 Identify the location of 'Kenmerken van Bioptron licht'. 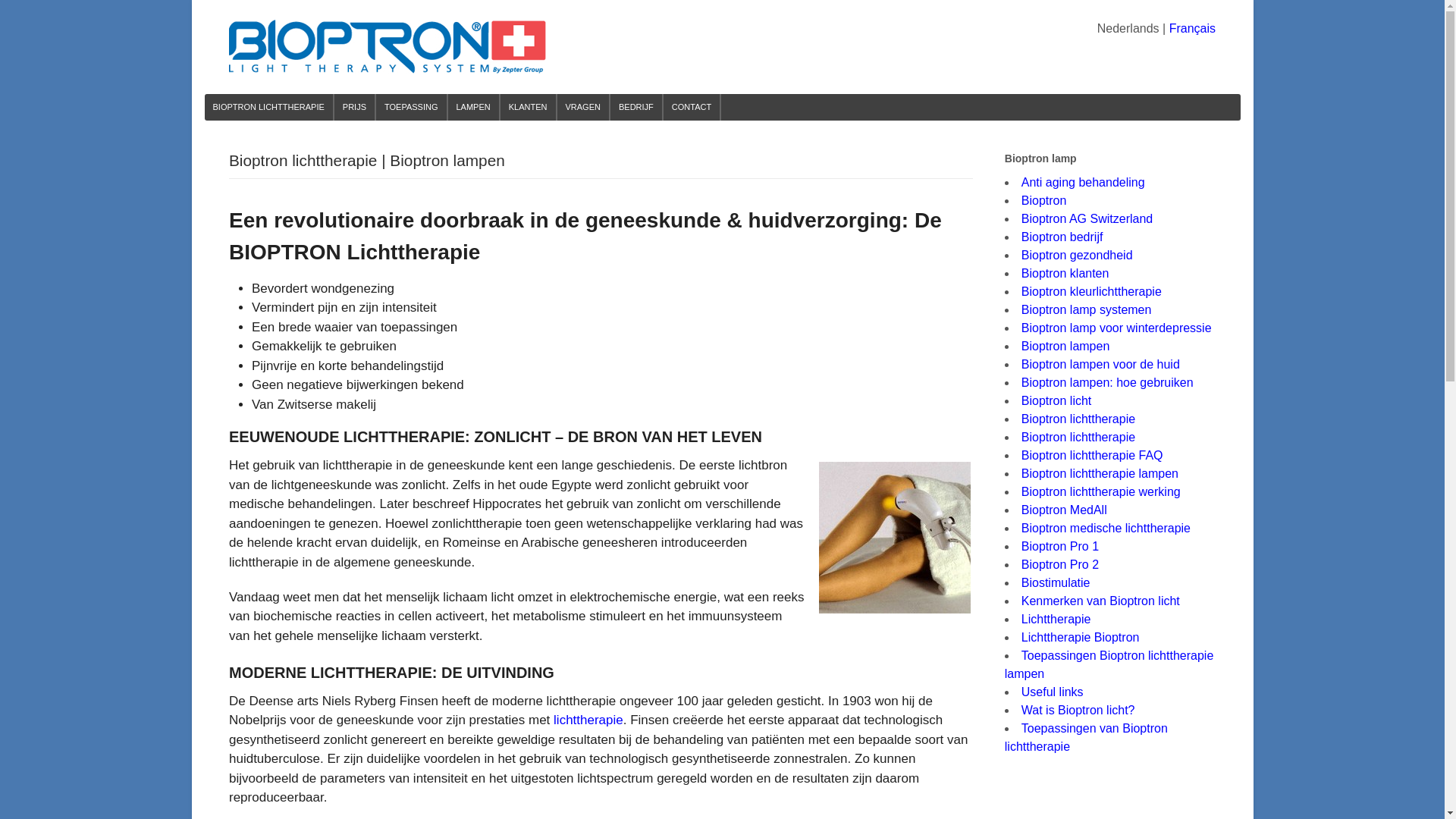
(1100, 600).